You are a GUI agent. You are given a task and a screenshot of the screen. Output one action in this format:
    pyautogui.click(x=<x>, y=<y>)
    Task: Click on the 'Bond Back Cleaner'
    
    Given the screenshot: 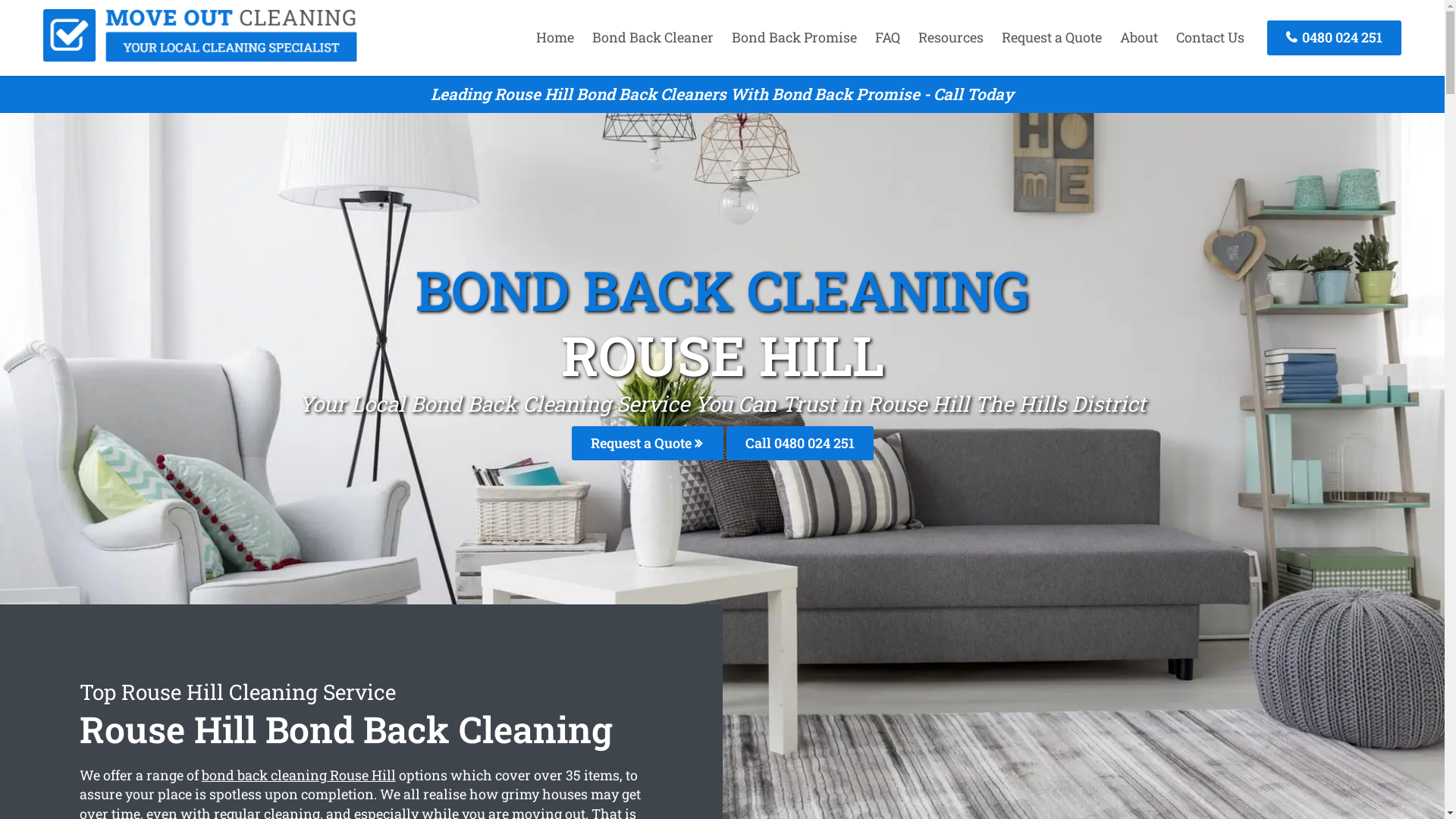 What is the action you would take?
    pyautogui.click(x=652, y=36)
    